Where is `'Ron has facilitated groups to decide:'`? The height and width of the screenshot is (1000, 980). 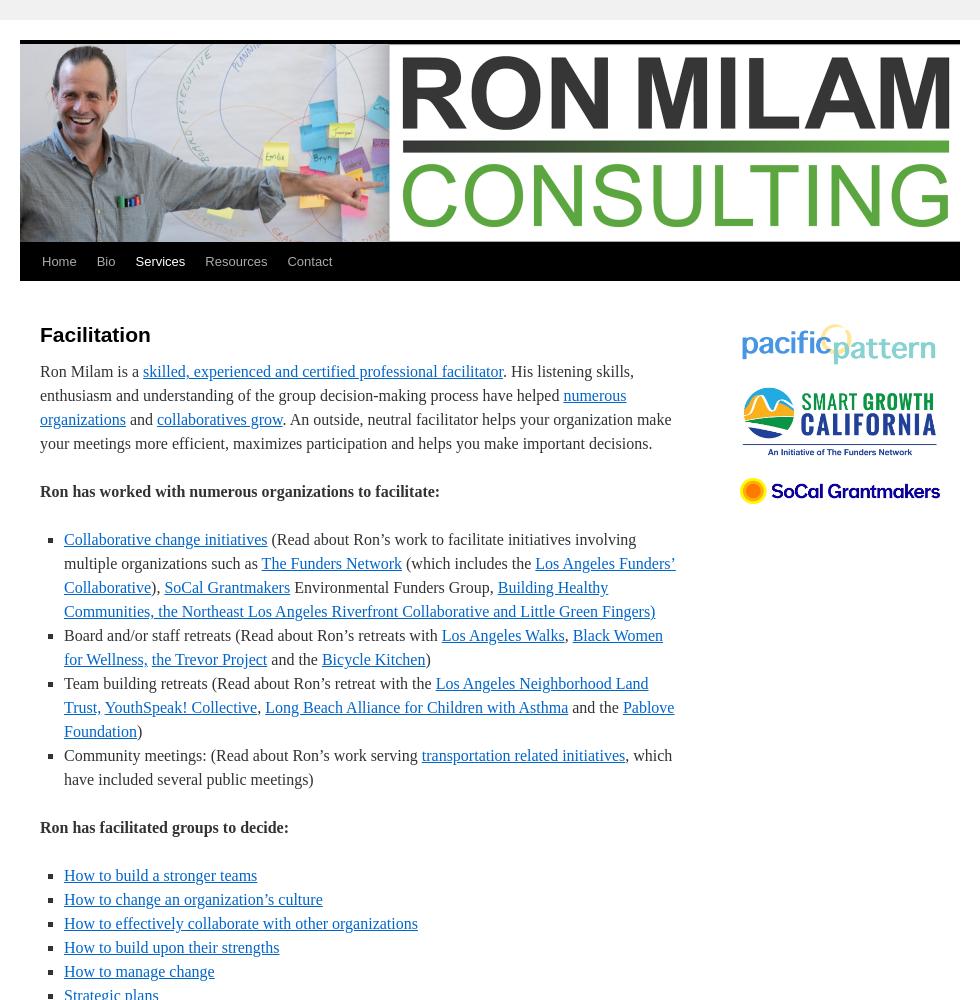 'Ron has facilitated groups to decide:' is located at coordinates (166, 826).